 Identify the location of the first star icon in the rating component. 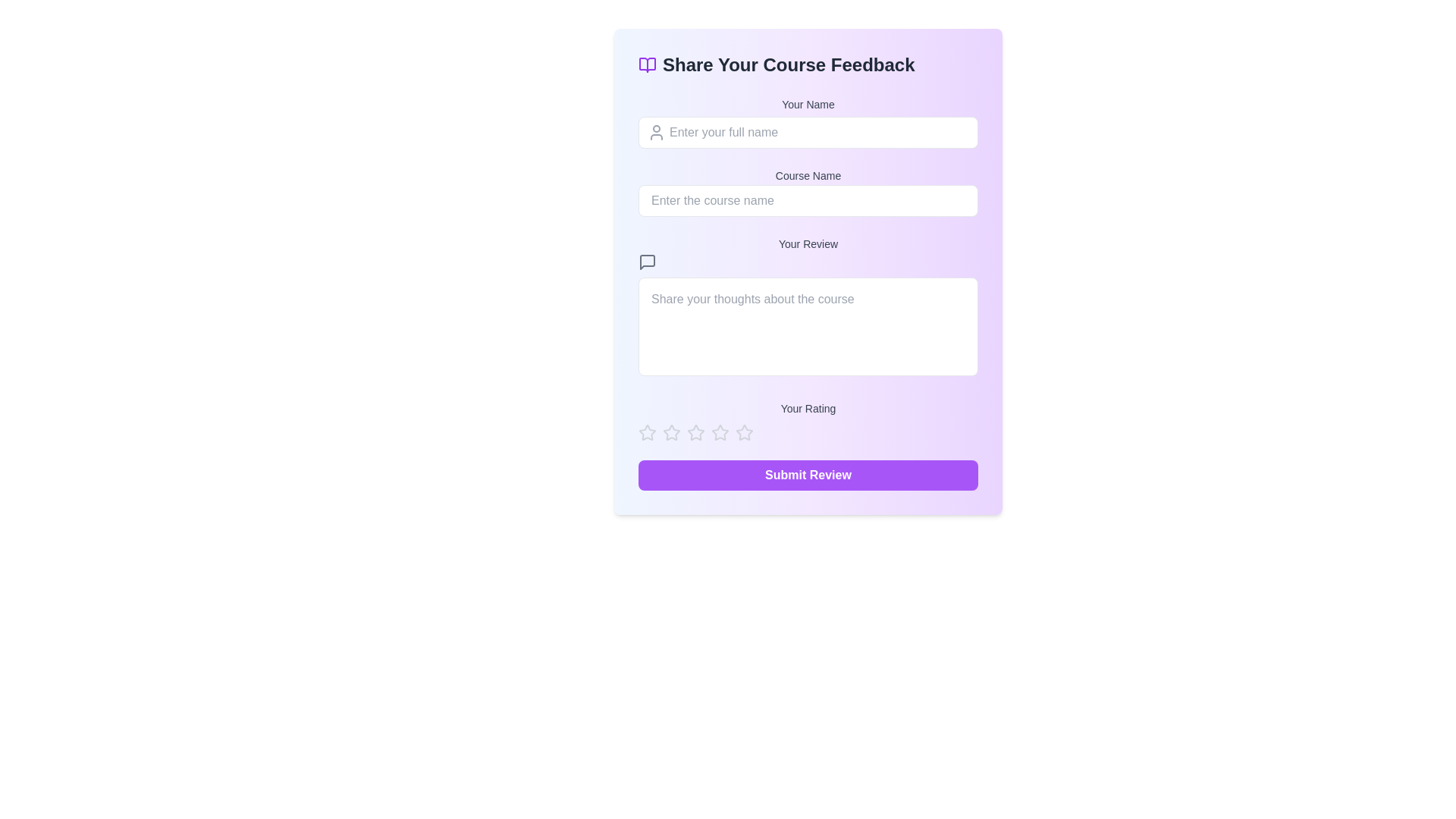
(648, 432).